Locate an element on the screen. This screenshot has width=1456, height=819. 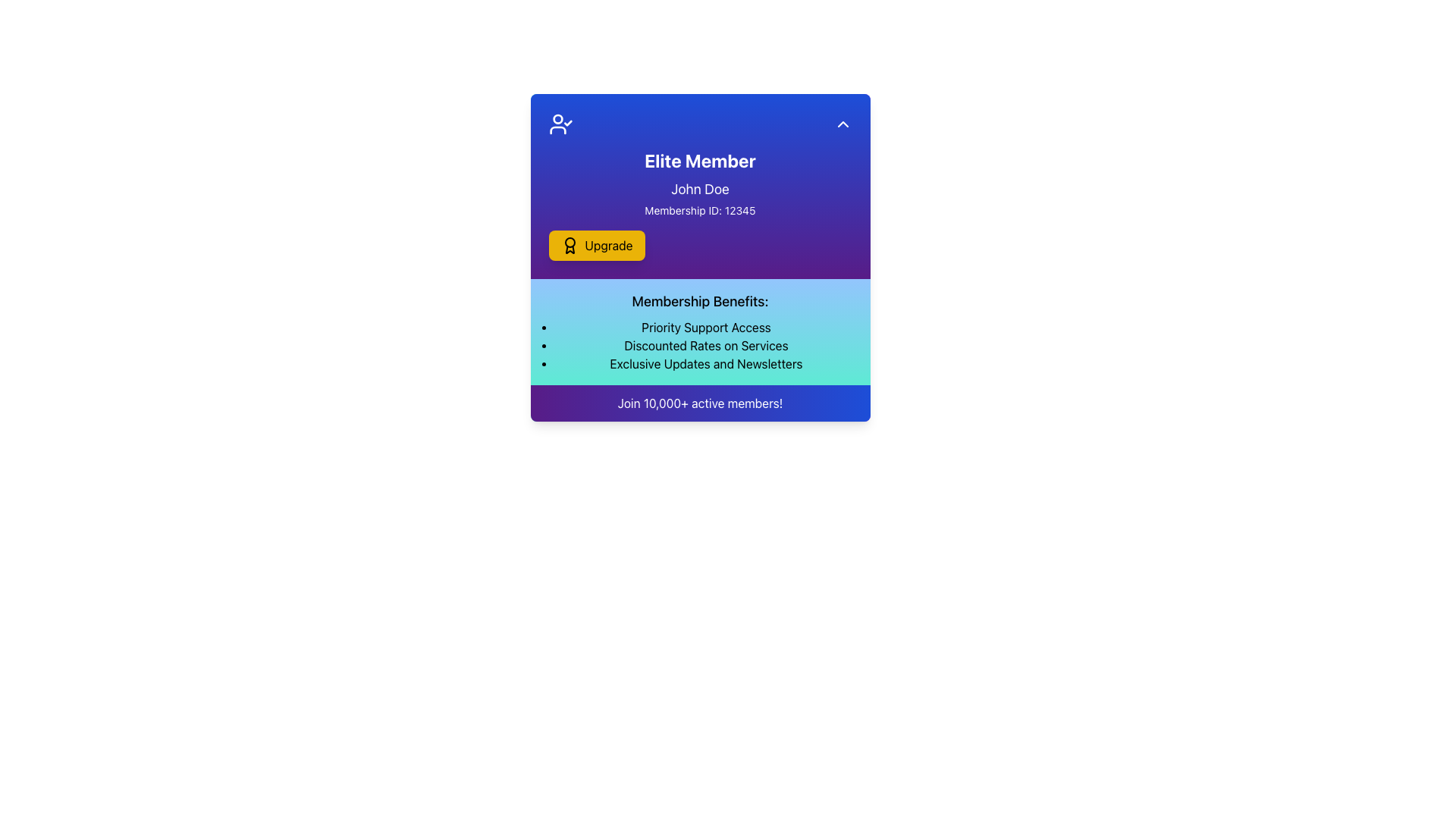
informational text label indicating a membership benefit, which is the second item in the benefits list, centrally aligned in the light blue section of the membership card interface is located at coordinates (705, 345).